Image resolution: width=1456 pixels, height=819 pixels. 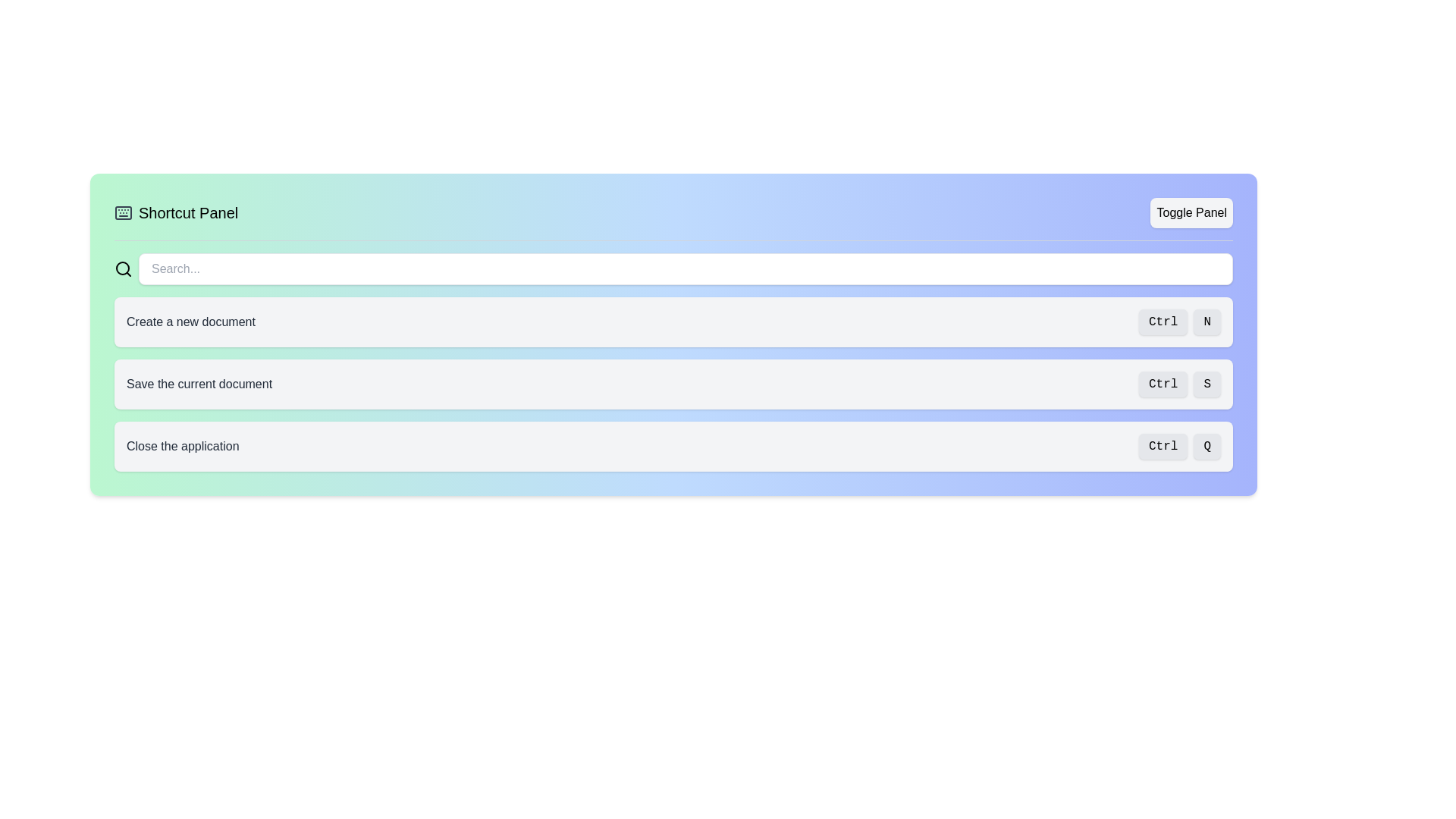 I want to click on the input field adjacent to the search icon located on the left side of the search bar, so click(x=124, y=268).